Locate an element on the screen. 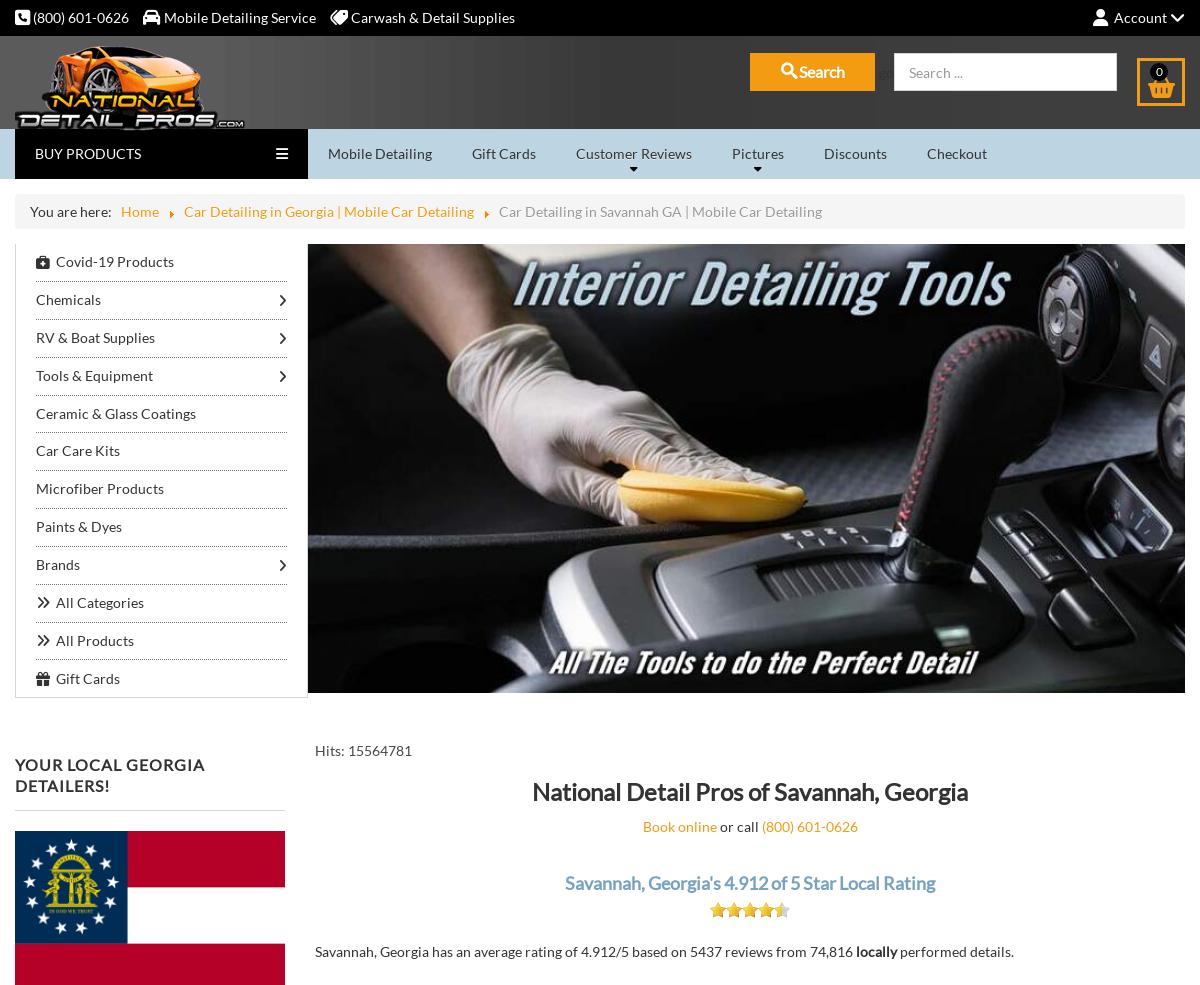  'Account' is located at coordinates (1139, 16).